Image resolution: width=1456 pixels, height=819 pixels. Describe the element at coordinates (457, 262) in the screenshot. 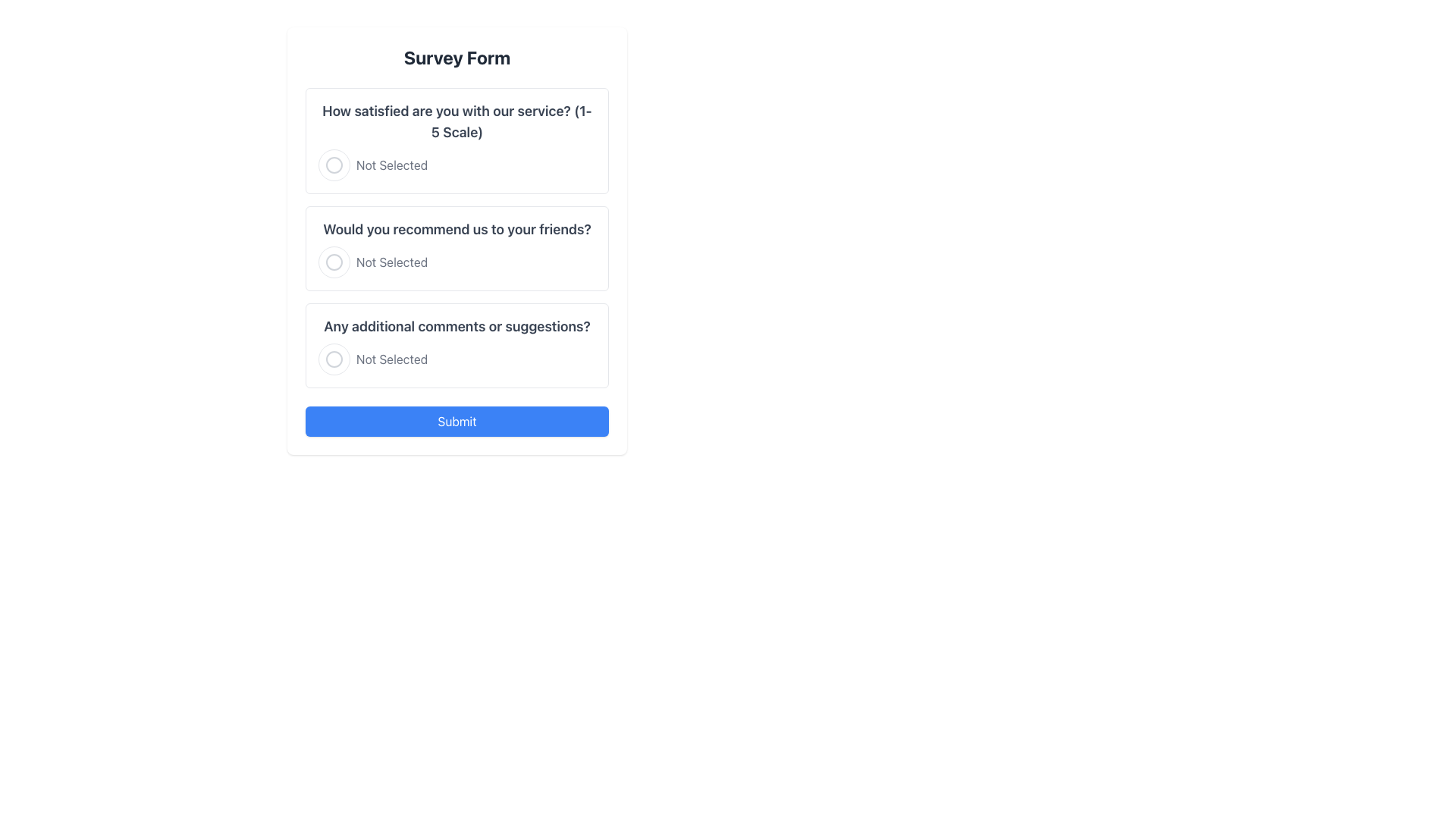

I see `the second radio button option for the question 'Would you recommend us to your friends?'` at that location.